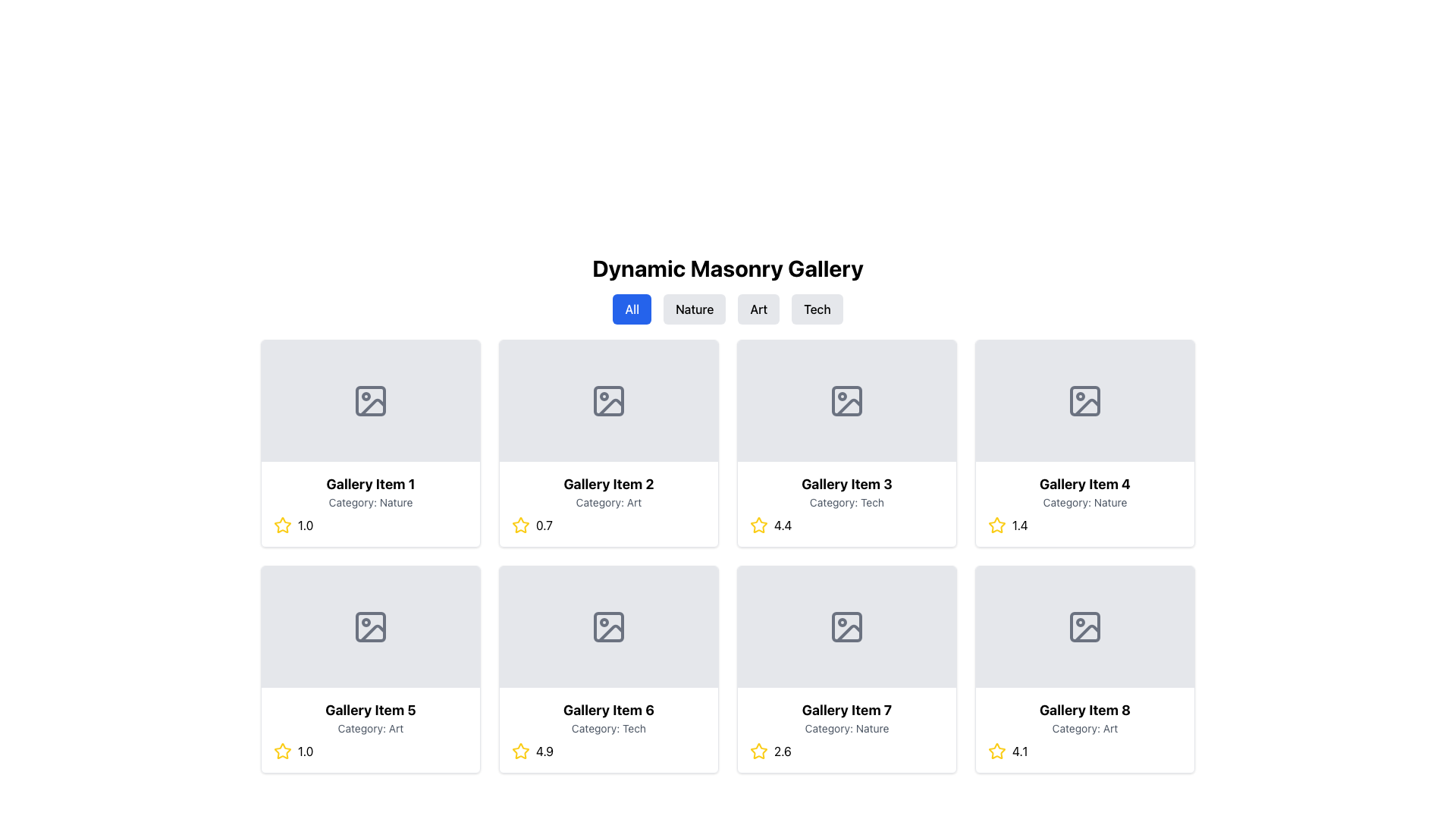  I want to click on bold text label displaying 'Gallery Item 5' located in the second row, first column of the gallery layout, so click(371, 711).